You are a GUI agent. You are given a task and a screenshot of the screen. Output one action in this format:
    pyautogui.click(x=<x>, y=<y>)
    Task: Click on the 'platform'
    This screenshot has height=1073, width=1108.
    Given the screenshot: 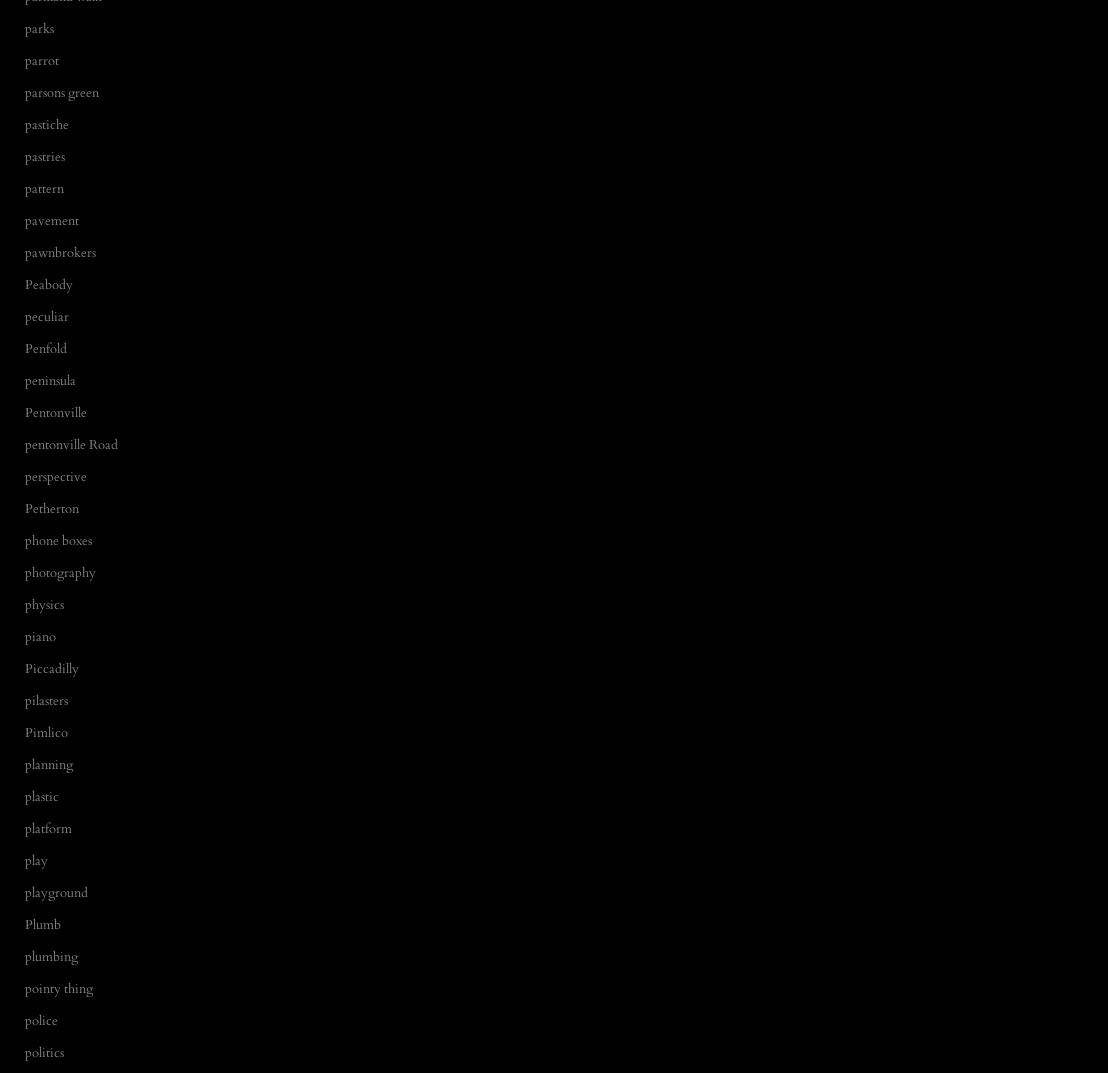 What is the action you would take?
    pyautogui.click(x=47, y=828)
    